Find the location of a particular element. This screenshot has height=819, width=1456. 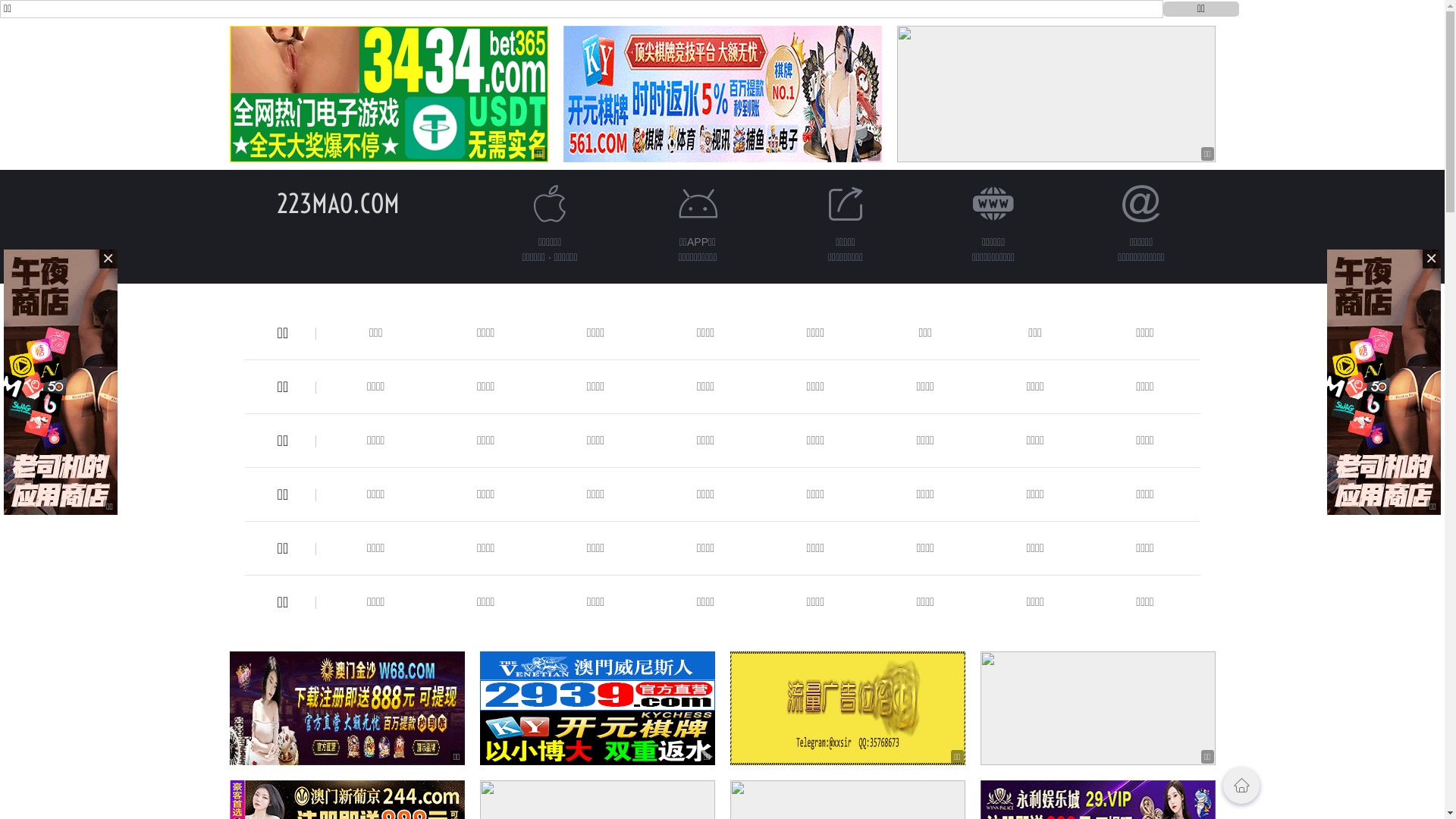

'223MAO.COM' is located at coordinates (337, 202).